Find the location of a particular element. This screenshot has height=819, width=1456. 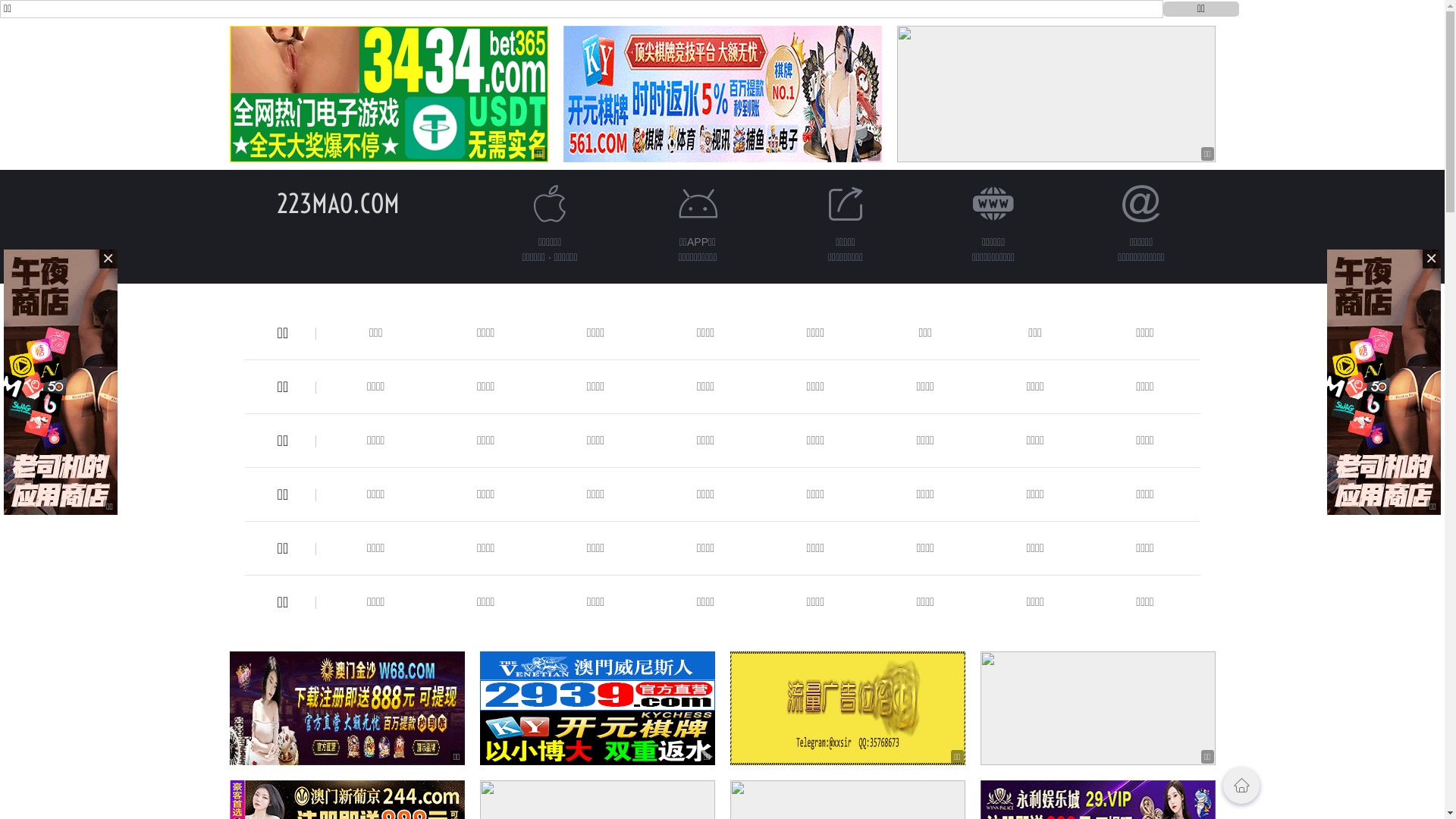

'223MAO.COM' is located at coordinates (337, 202).